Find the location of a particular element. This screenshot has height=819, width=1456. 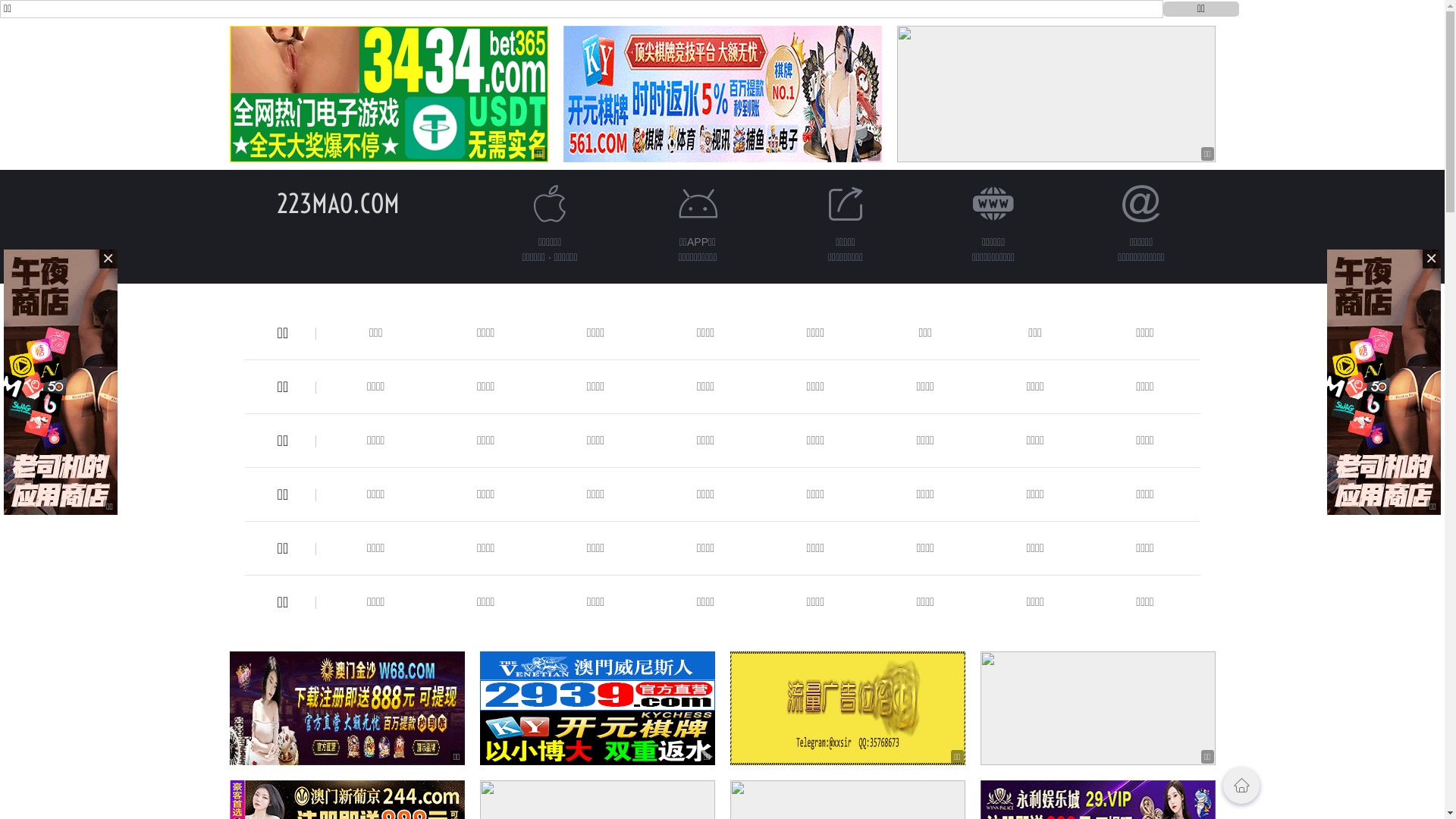

'223MAO.COM' is located at coordinates (337, 202).